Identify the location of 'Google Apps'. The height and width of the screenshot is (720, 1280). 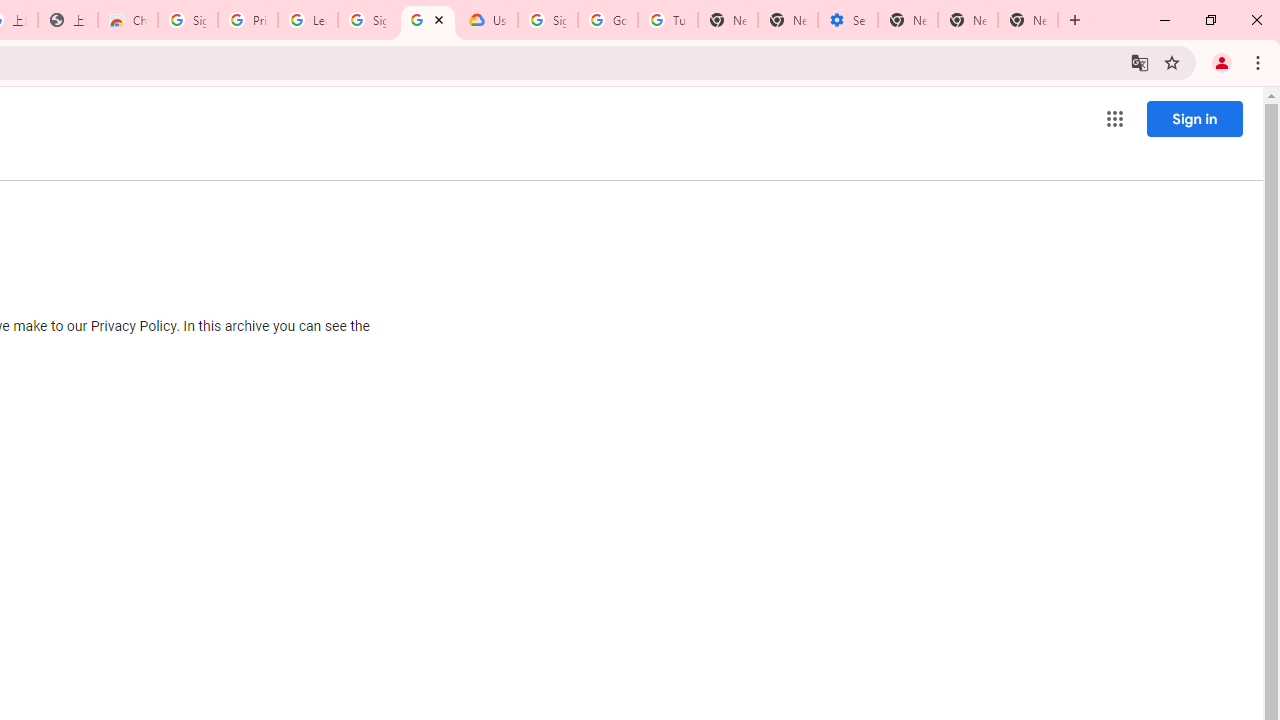
(1113, 119).